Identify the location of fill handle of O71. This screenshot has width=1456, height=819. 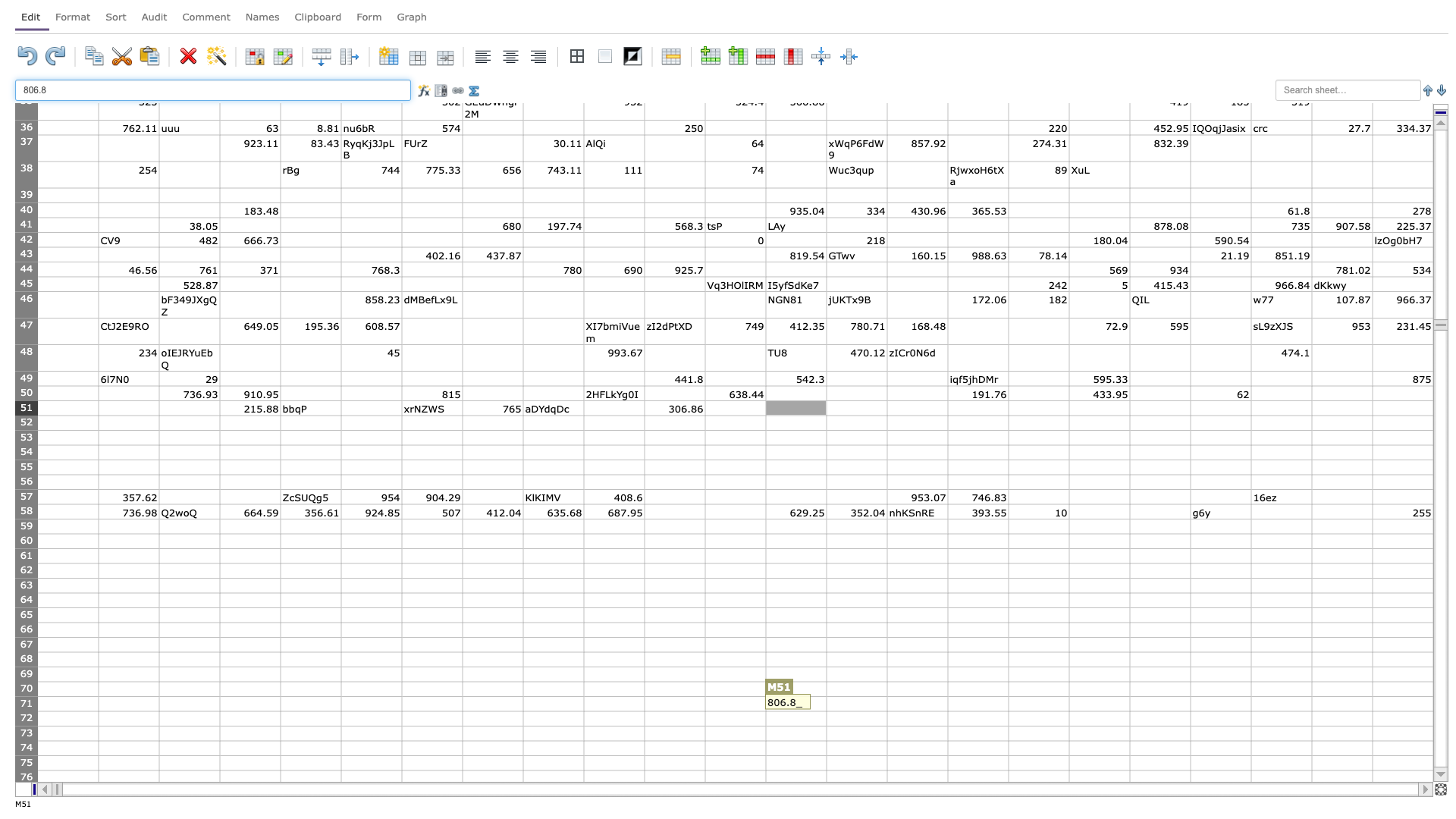
(946, 711).